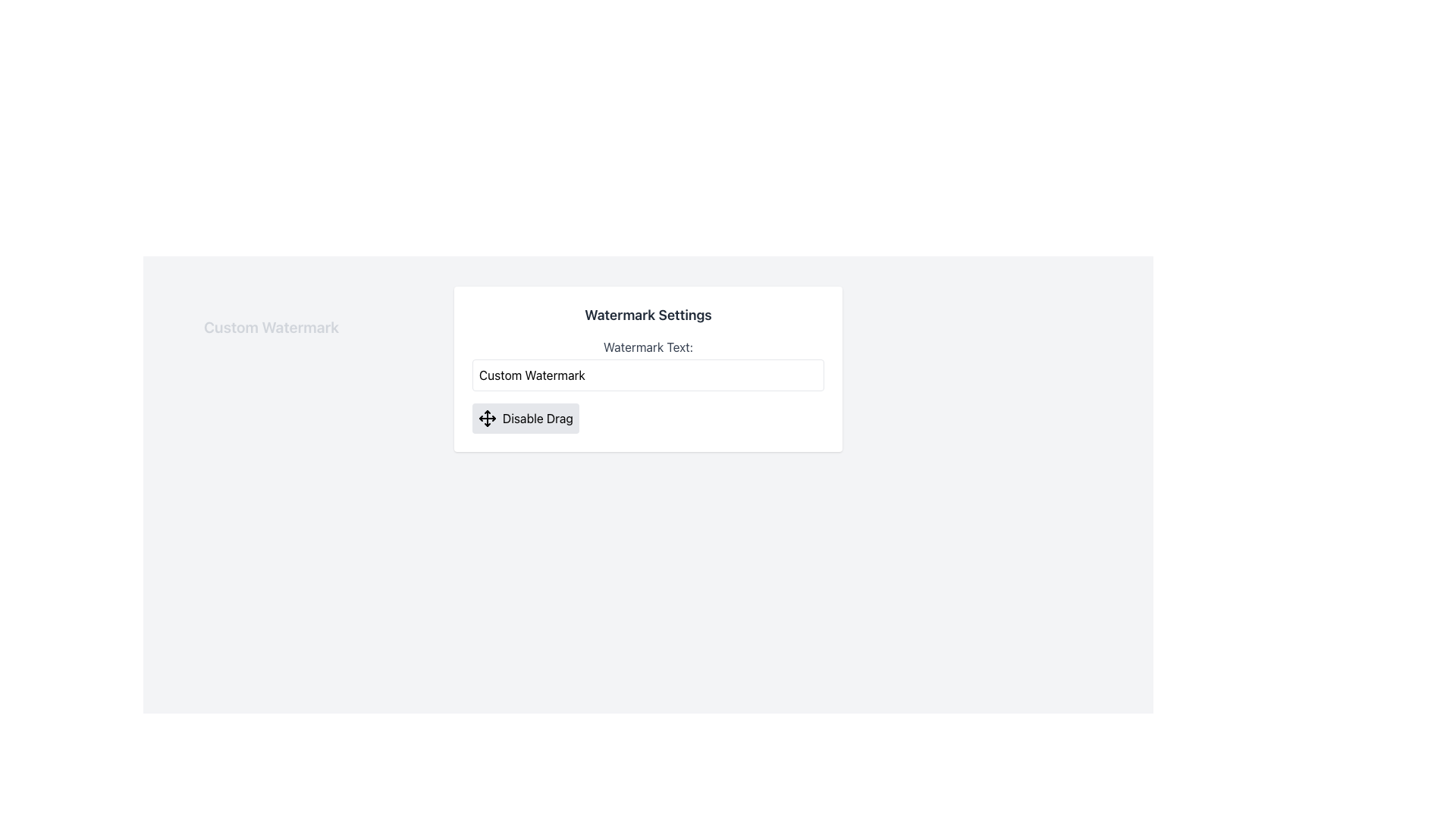 The height and width of the screenshot is (819, 1456). Describe the element at coordinates (526, 418) in the screenshot. I see `the rounded gray button labeled 'Disable Drag' located at the bottom-left corner of the 'Watermark Settings' box` at that location.